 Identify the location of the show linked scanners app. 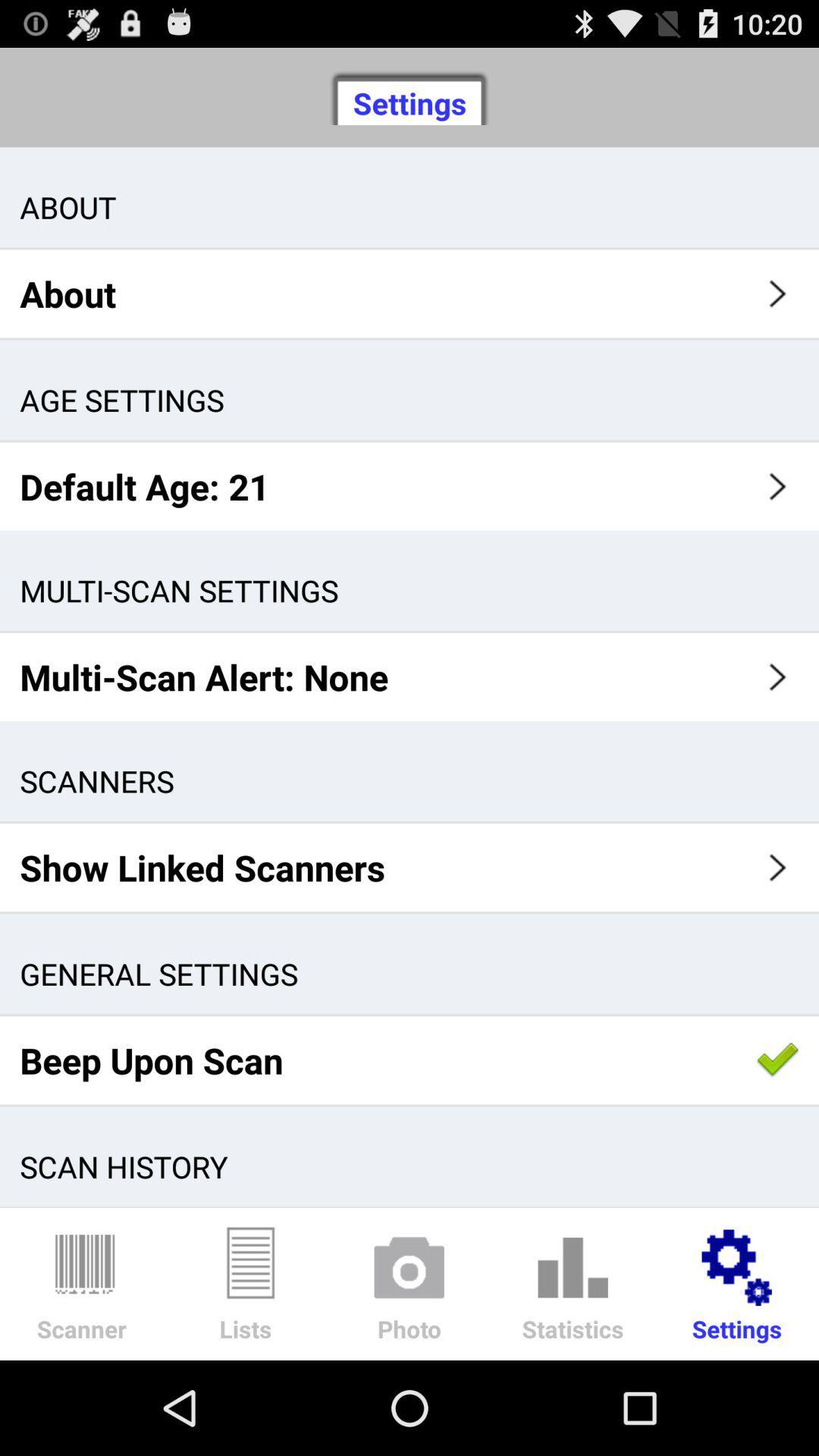
(409, 868).